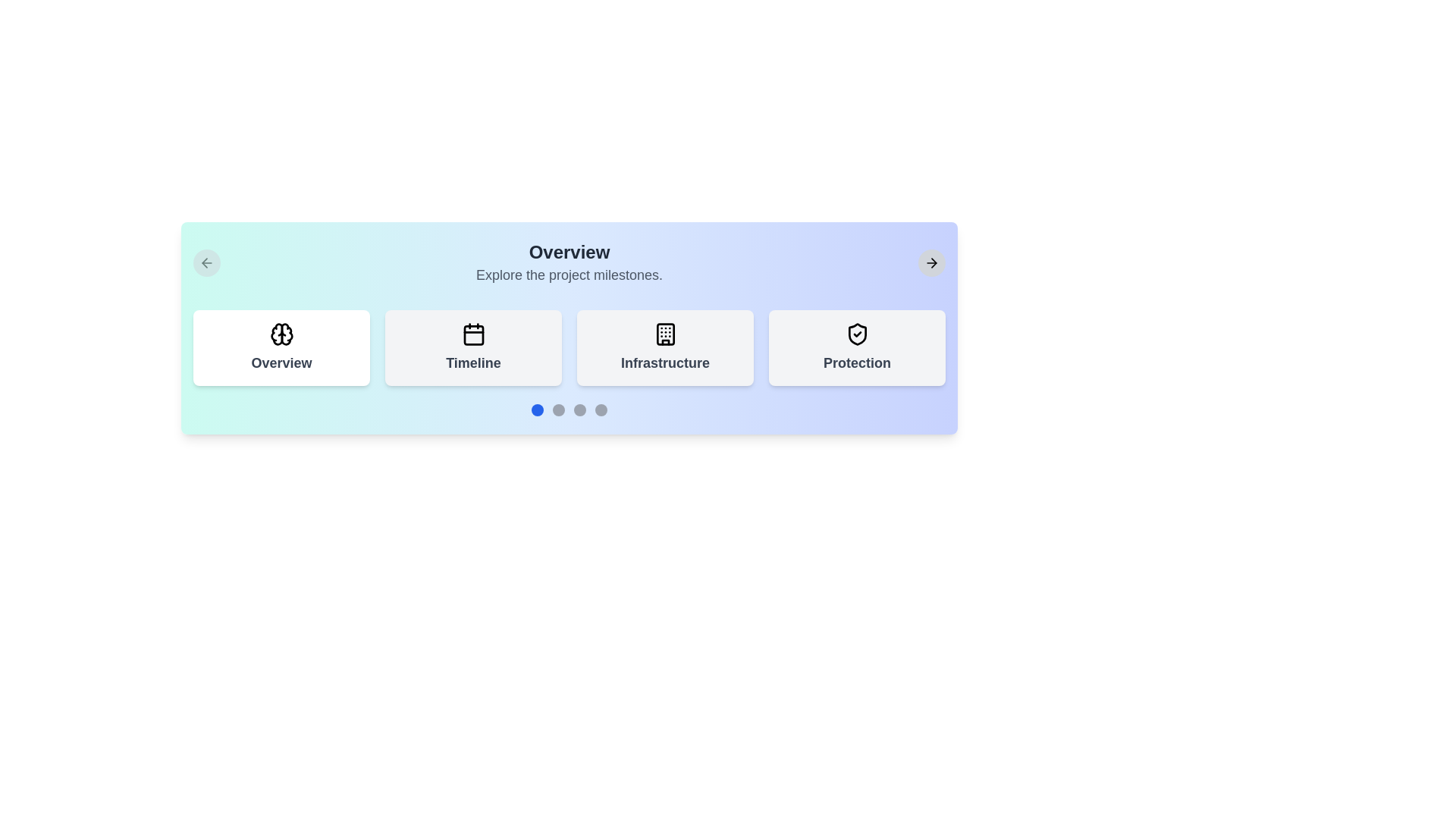 The height and width of the screenshot is (819, 1456). I want to click on the brain icon, which is centered within the rounded rectangular 'Overview' button, featuring a black outline on a white background, so click(281, 333).